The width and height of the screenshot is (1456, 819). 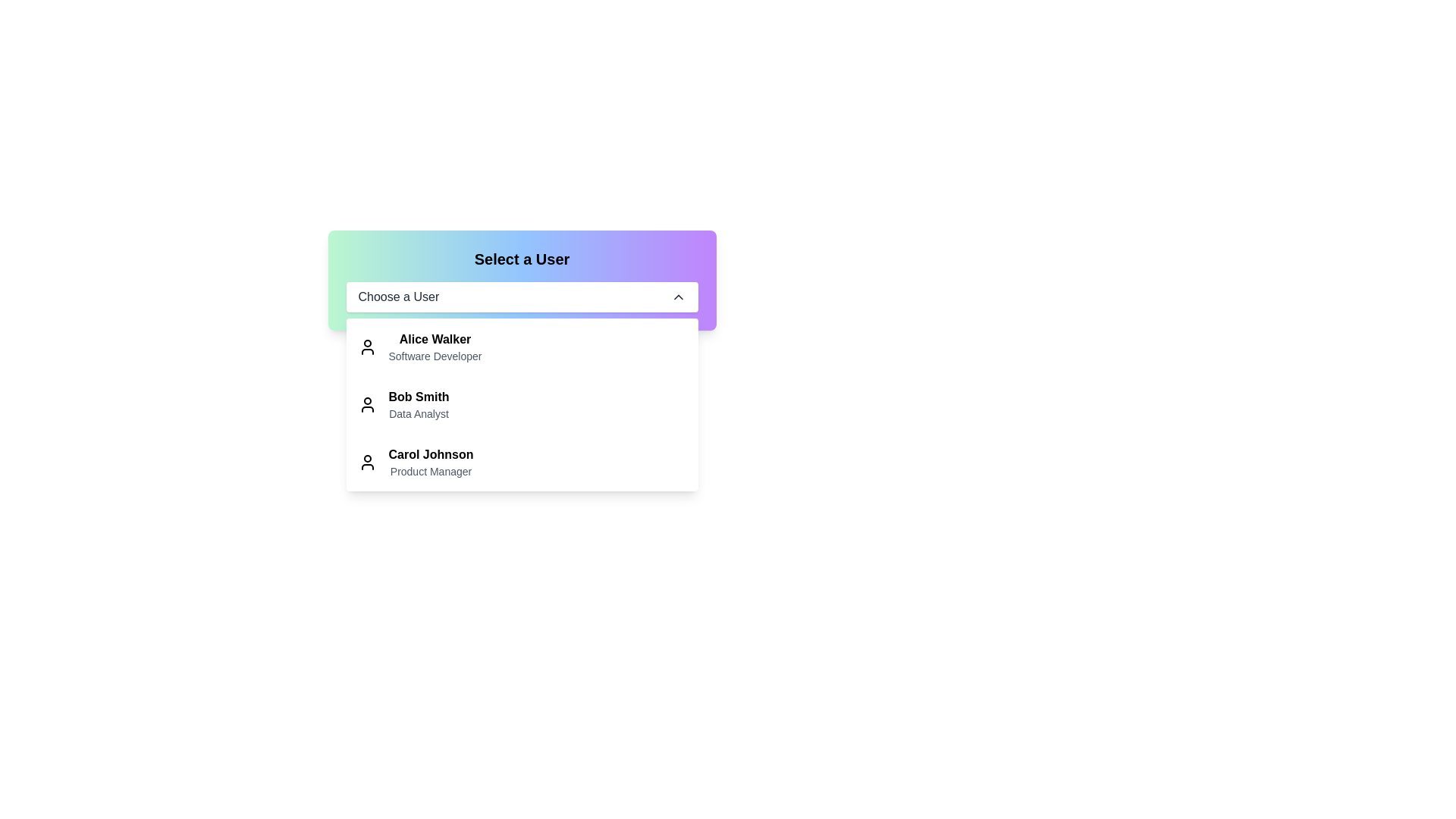 What do you see at coordinates (430, 454) in the screenshot?
I see `the 'Carol Johnson' text label` at bounding box center [430, 454].